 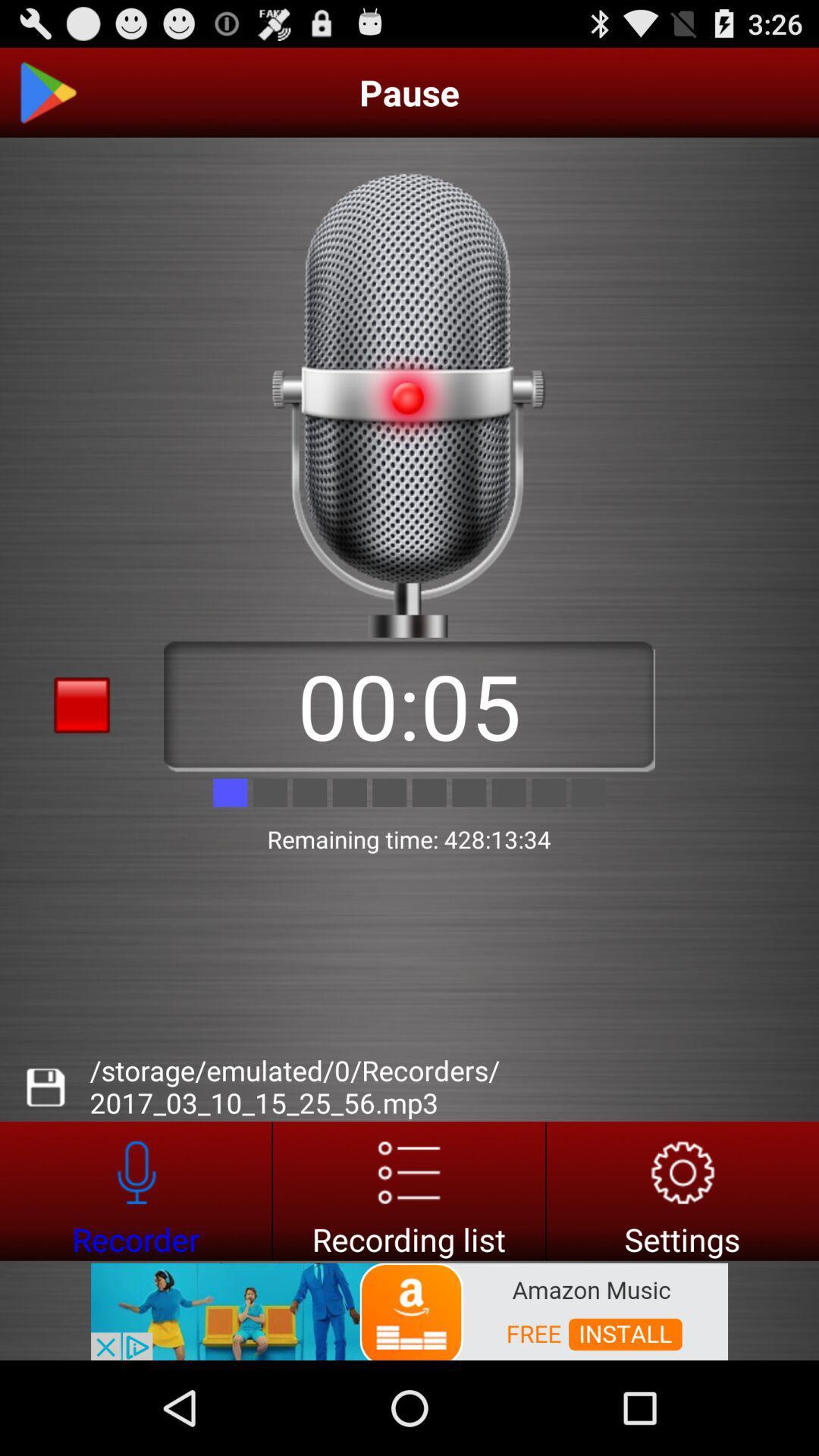 I want to click on the advertisement, so click(x=409, y=1310).